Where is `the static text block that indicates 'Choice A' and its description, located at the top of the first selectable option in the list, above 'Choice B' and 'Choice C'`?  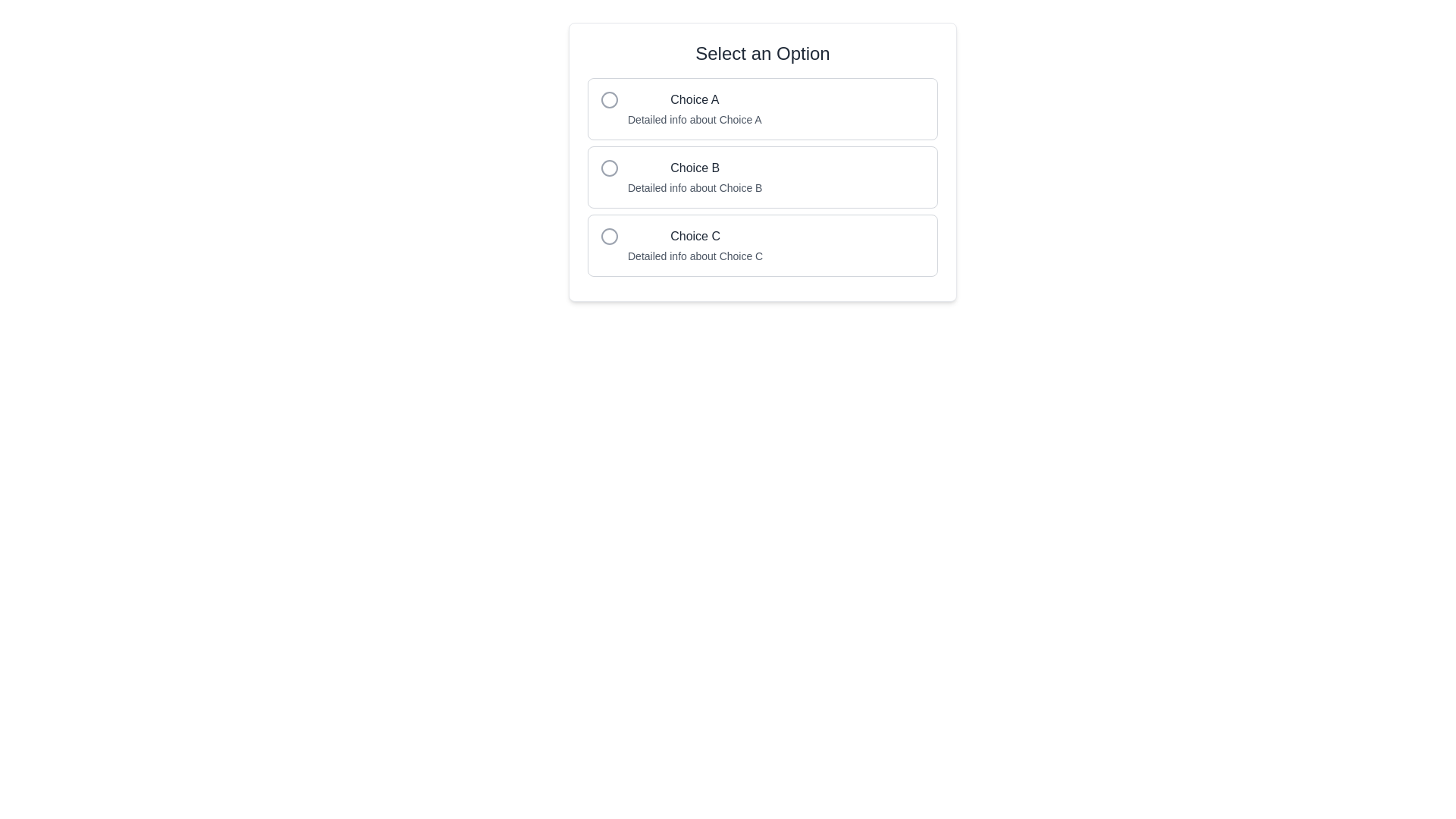 the static text block that indicates 'Choice A' and its description, located at the top of the first selectable option in the list, above 'Choice B' and 'Choice C' is located at coordinates (694, 108).